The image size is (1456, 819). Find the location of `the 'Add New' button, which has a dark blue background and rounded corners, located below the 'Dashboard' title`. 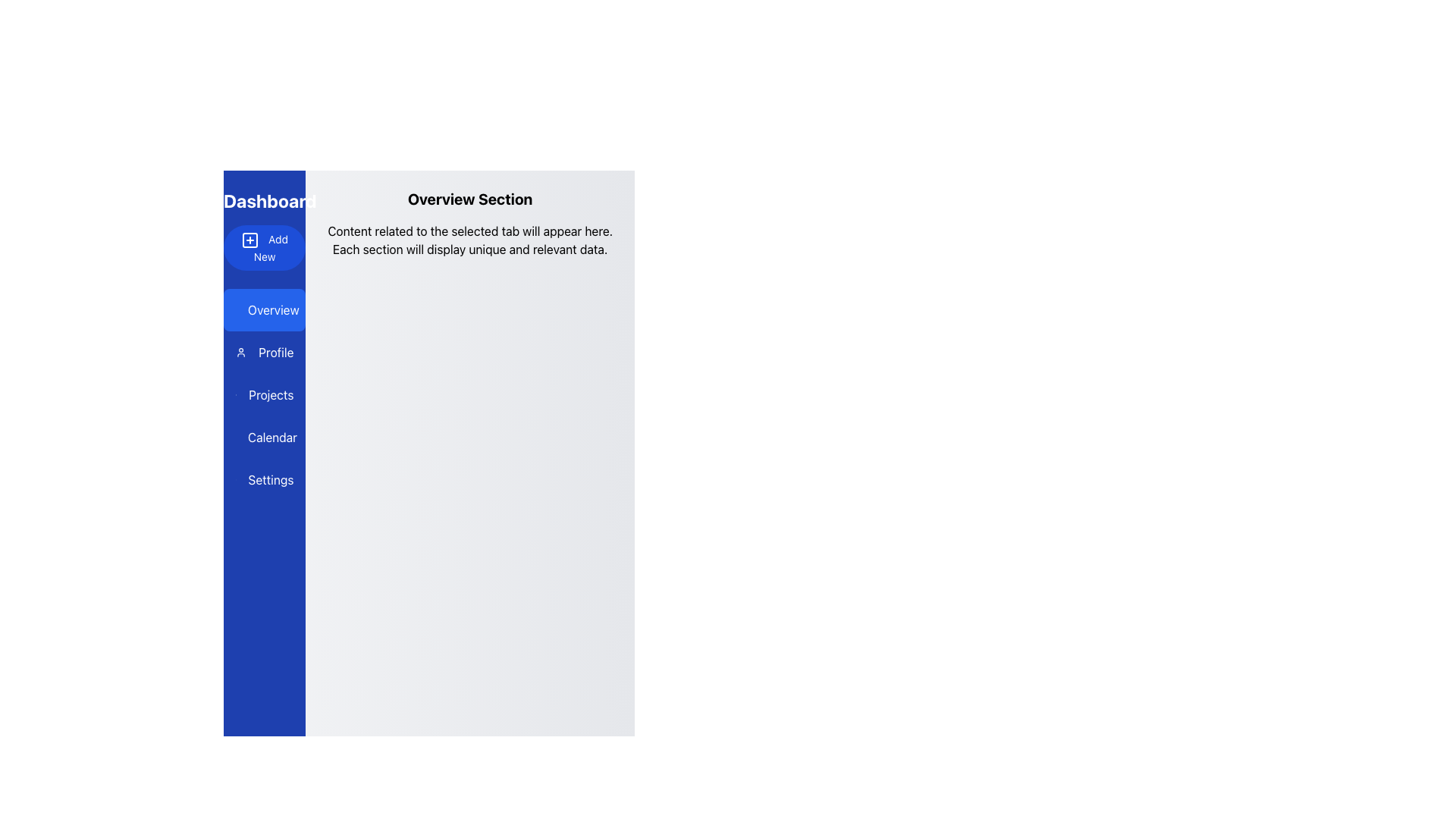

the 'Add New' button, which has a dark blue background and rounded corners, located below the 'Dashboard' title is located at coordinates (265, 247).